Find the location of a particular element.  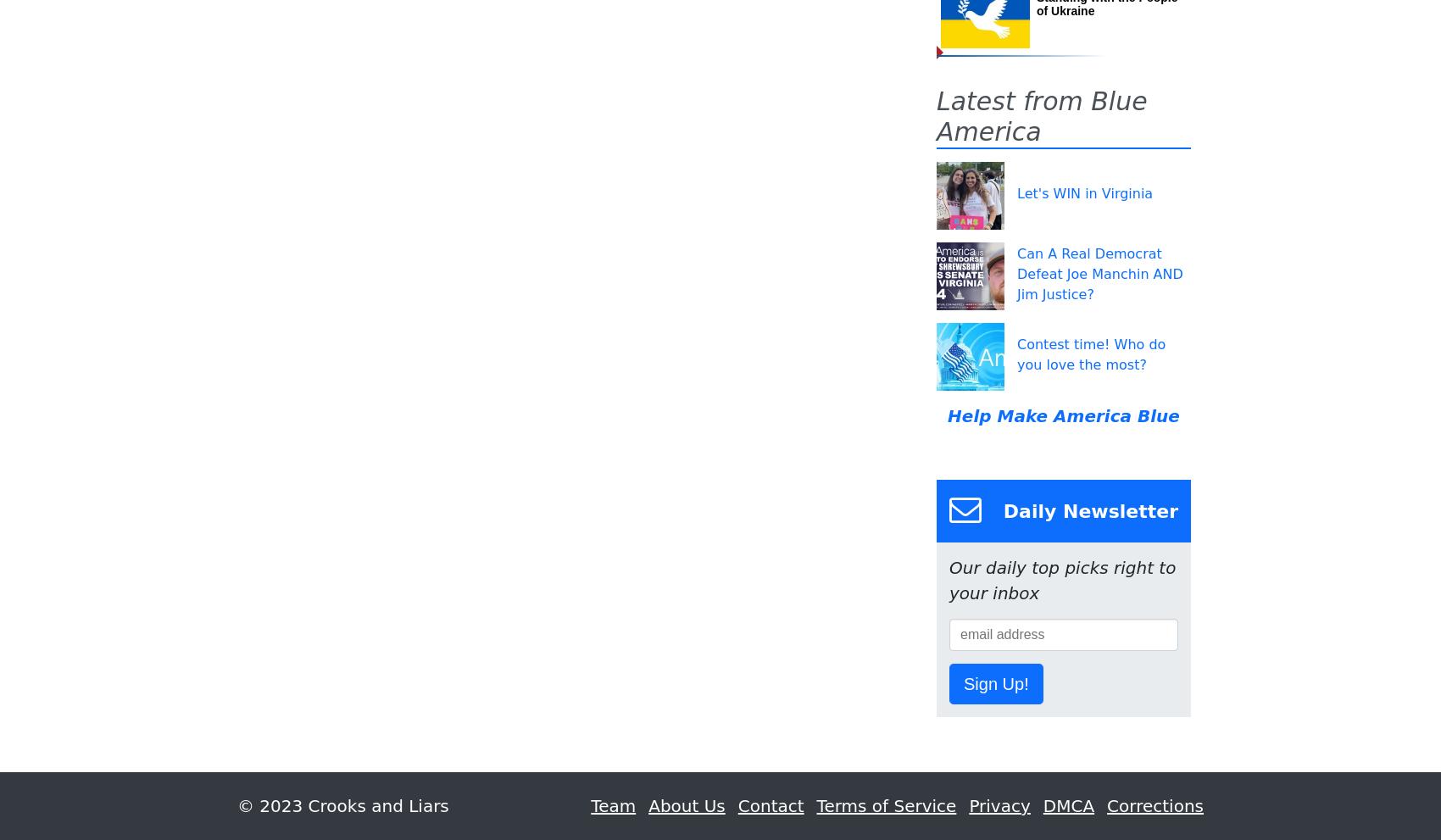

'About Us' is located at coordinates (686, 805).